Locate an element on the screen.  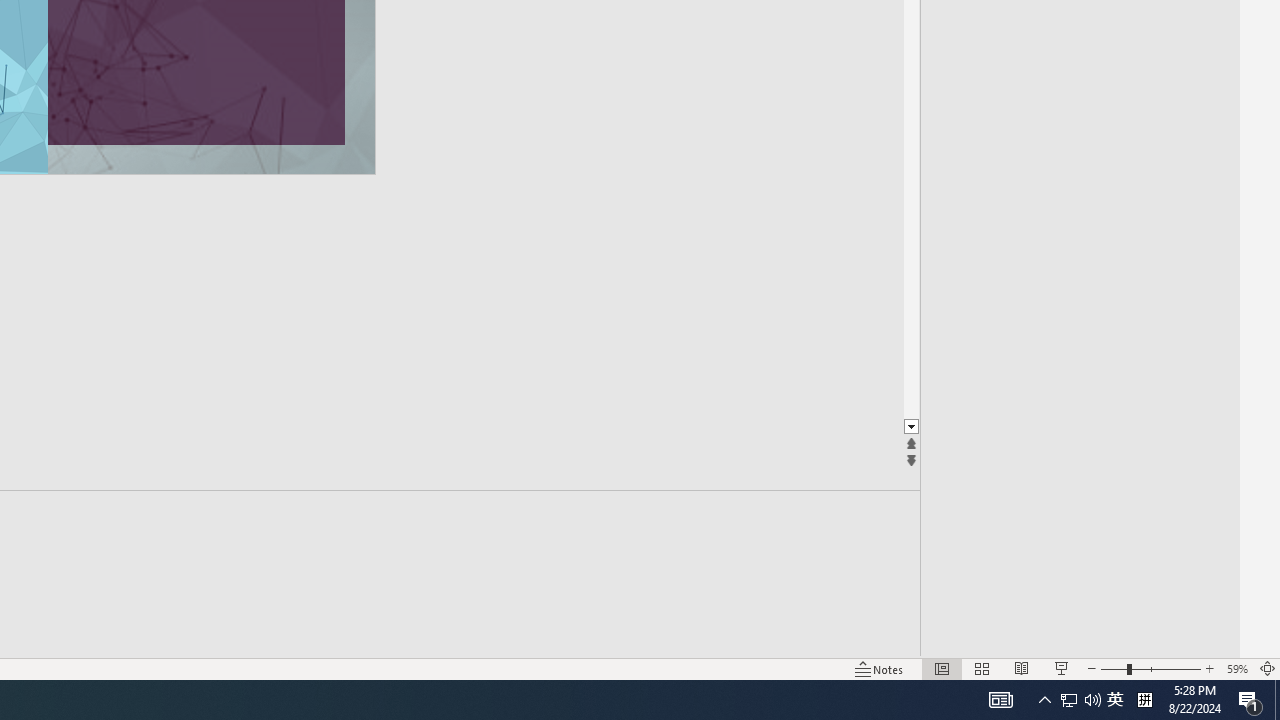
'Zoom 59%' is located at coordinates (1236, 669).